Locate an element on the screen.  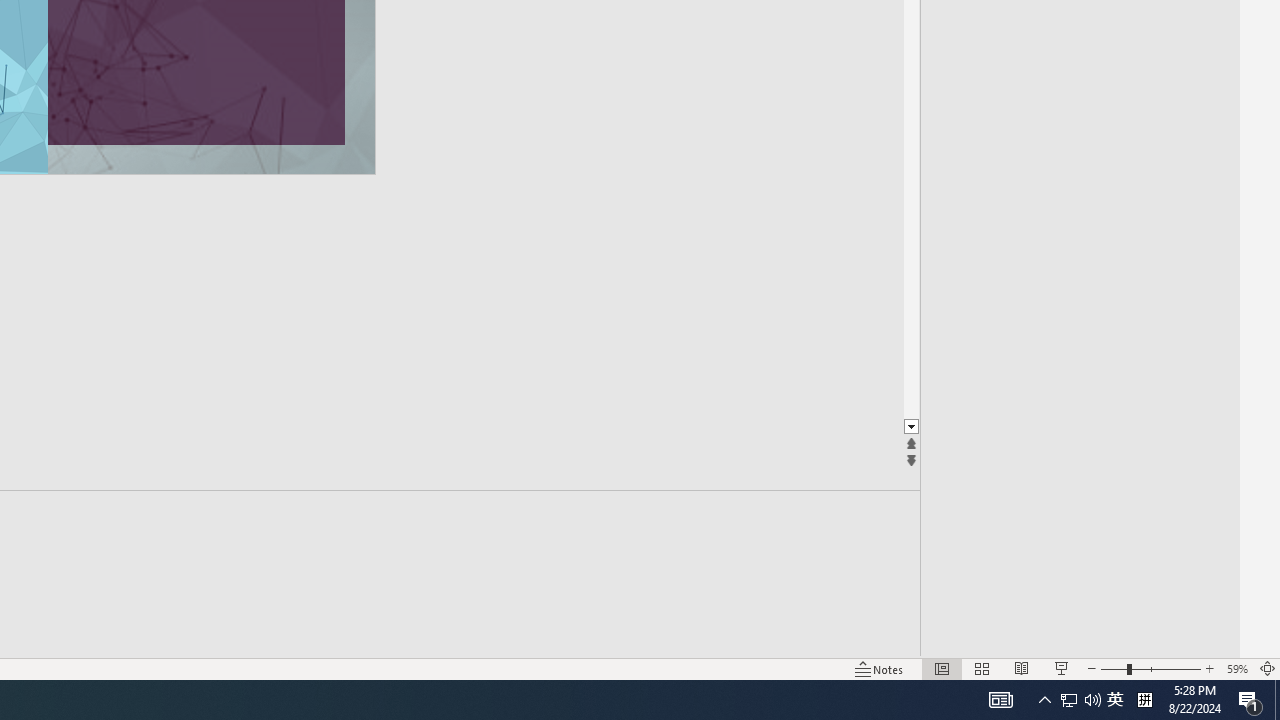
'Zoom 59%' is located at coordinates (1236, 669).